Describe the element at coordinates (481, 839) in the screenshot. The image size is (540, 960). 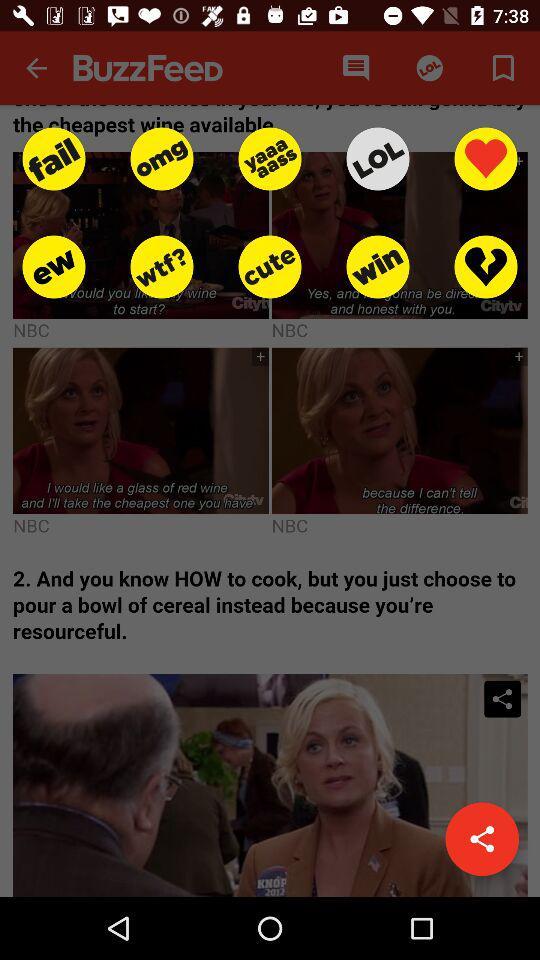
I see `the share icon` at that location.